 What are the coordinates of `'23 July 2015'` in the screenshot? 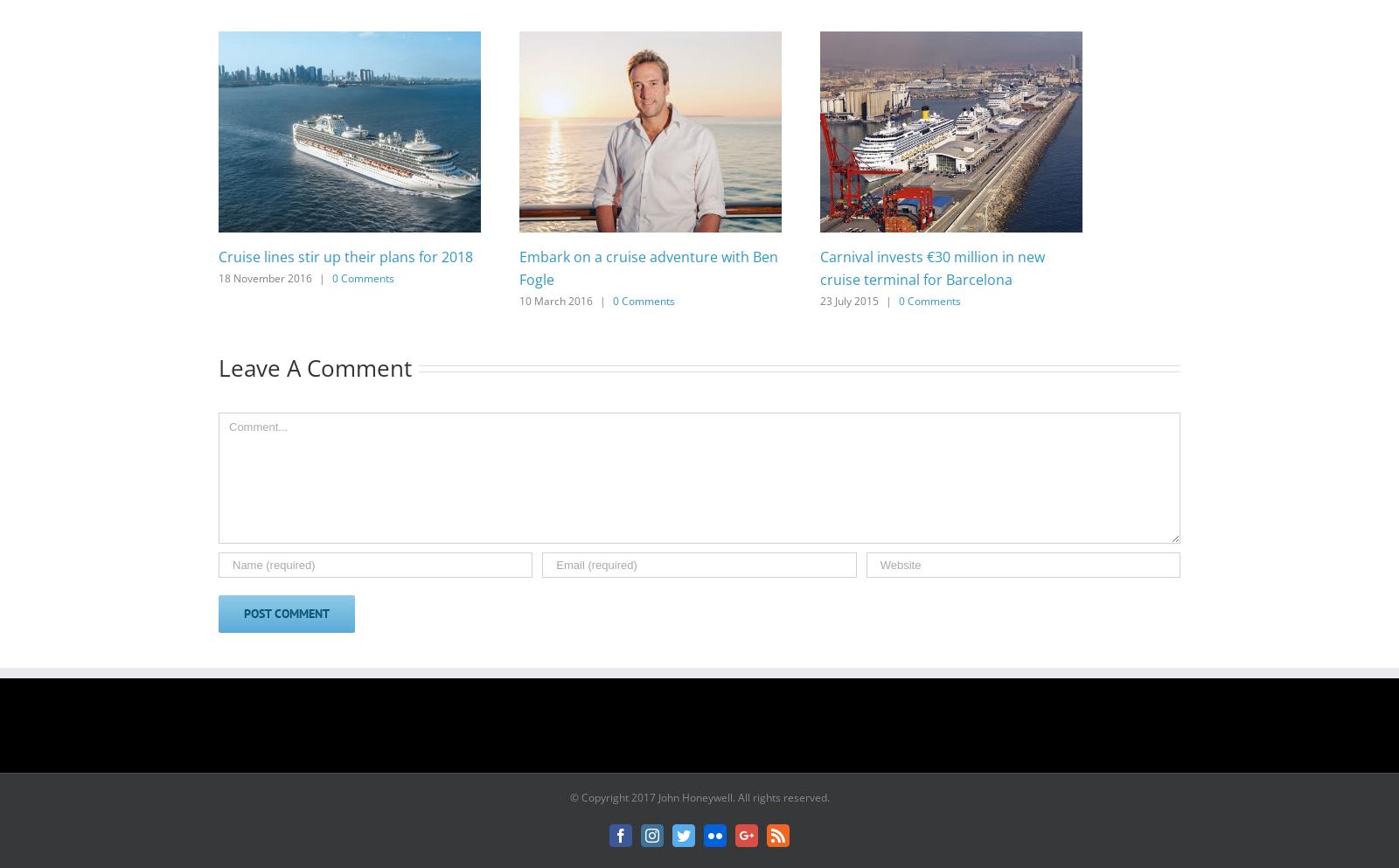 It's located at (848, 299).